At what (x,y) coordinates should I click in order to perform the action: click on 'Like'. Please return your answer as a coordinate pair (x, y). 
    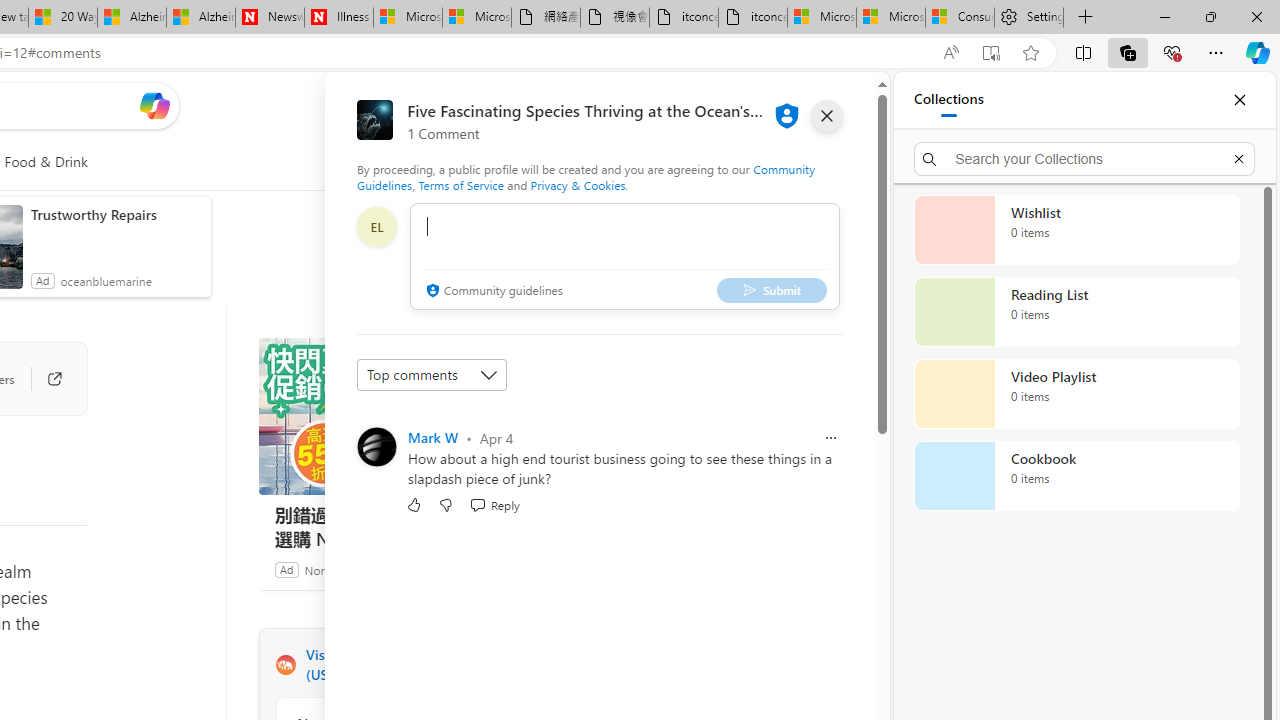
    Looking at the image, I should click on (413, 504).